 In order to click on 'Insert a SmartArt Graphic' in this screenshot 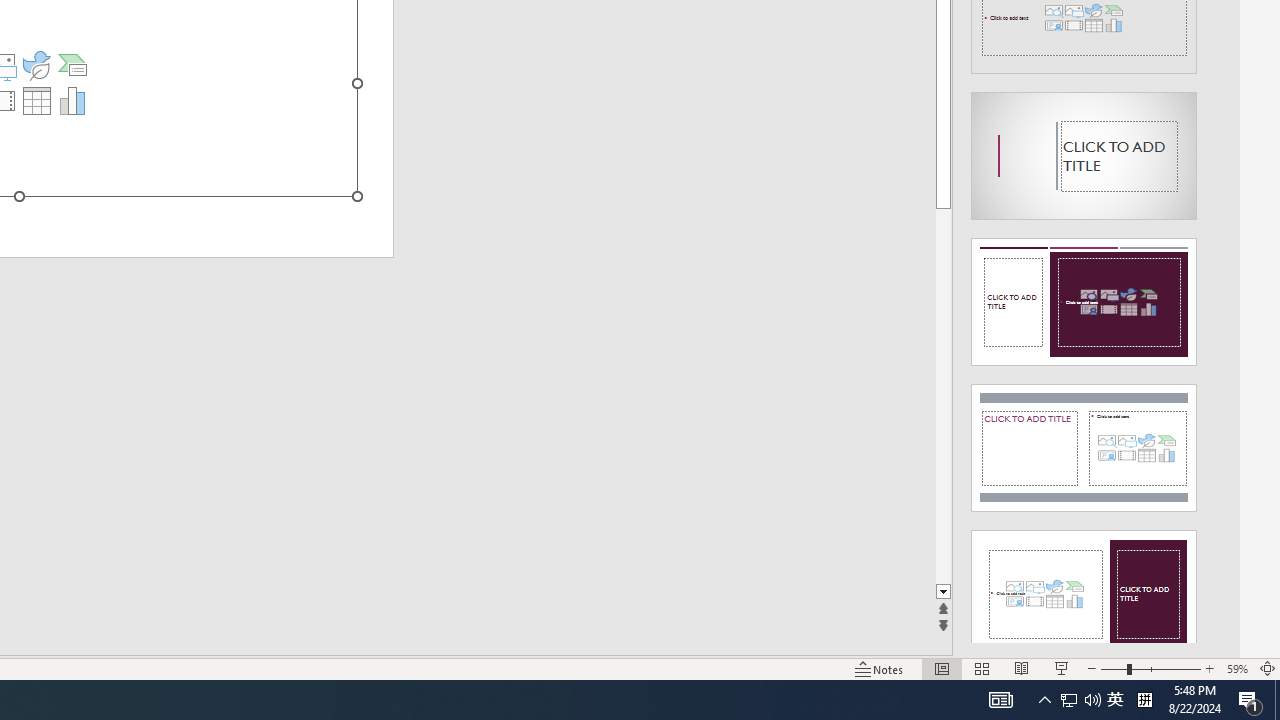, I will do `click(73, 63)`.